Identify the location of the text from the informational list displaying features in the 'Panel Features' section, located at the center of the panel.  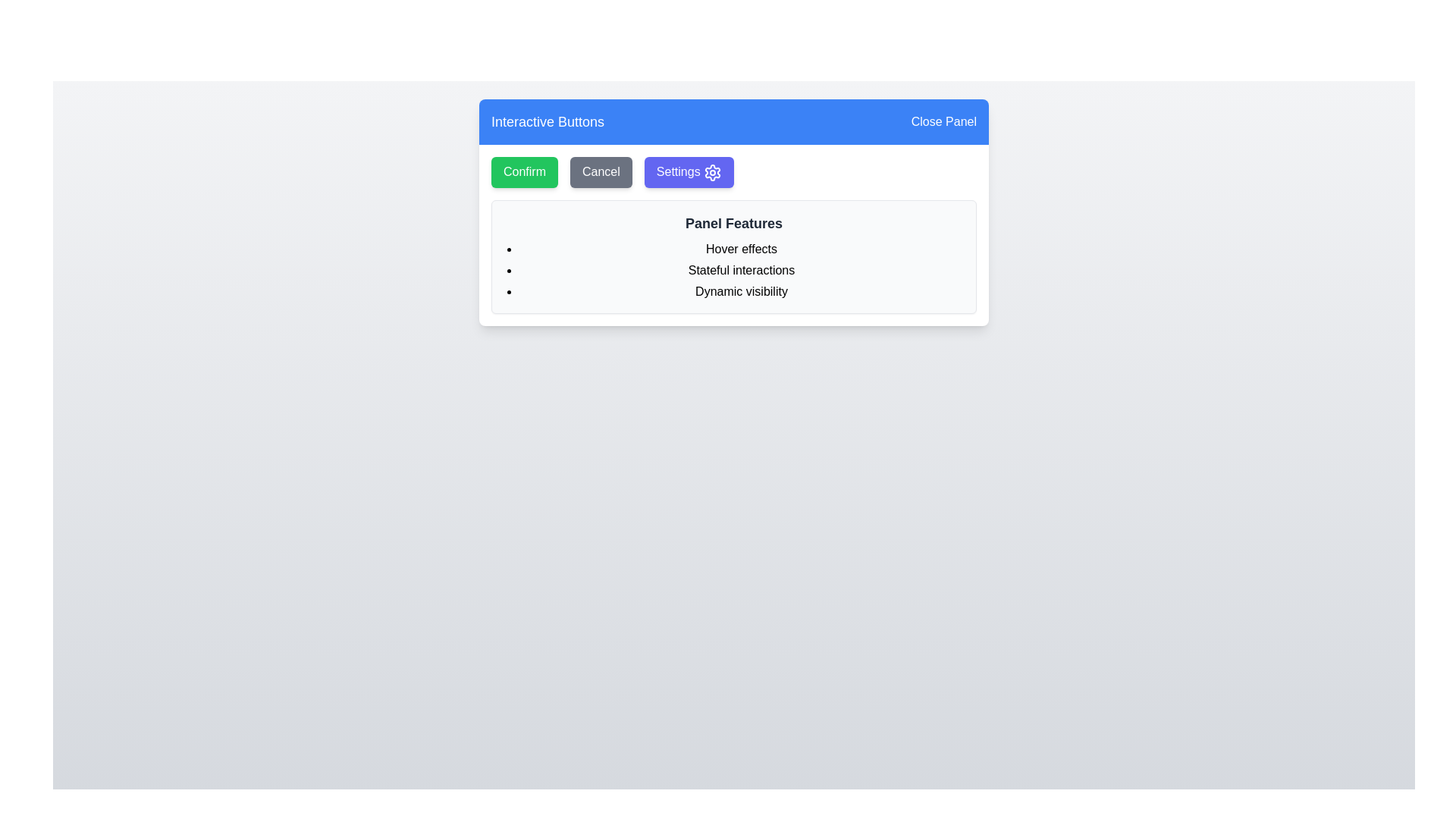
(734, 268).